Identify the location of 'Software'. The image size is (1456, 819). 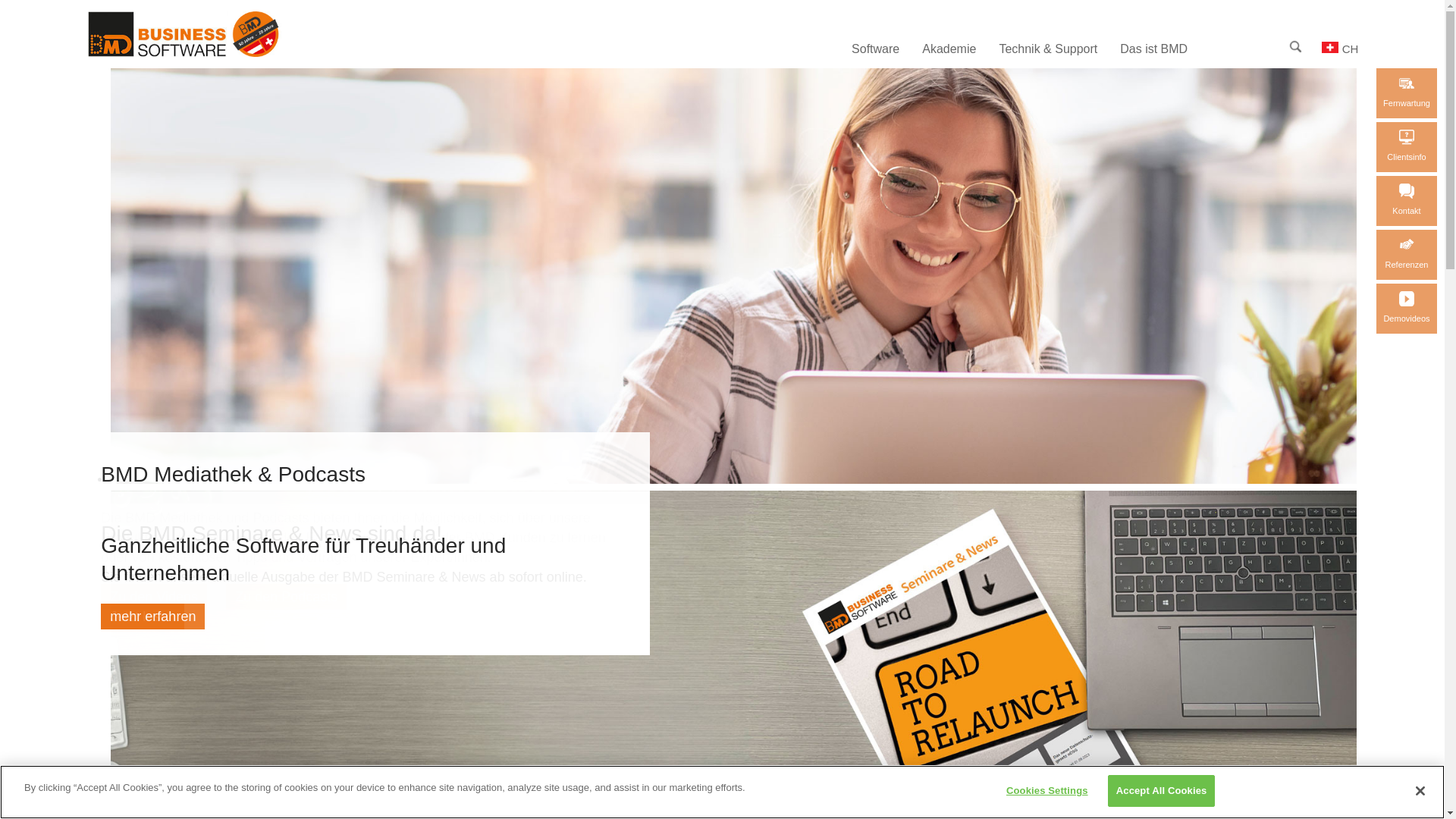
(875, 49).